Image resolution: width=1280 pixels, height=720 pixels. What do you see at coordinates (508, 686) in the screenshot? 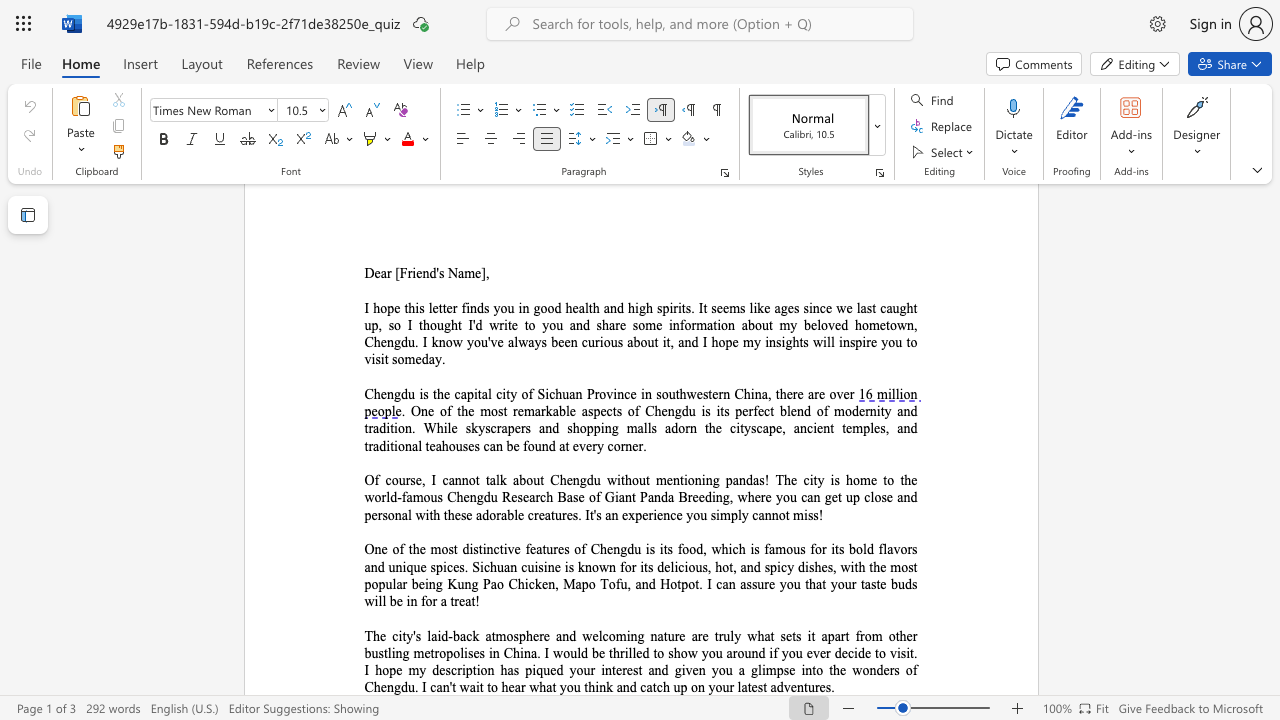
I see `the subset text "ear what you think and catch up on your latest adventu" within the text "wait to hear what you think and catch up on your latest adventures."` at bounding box center [508, 686].